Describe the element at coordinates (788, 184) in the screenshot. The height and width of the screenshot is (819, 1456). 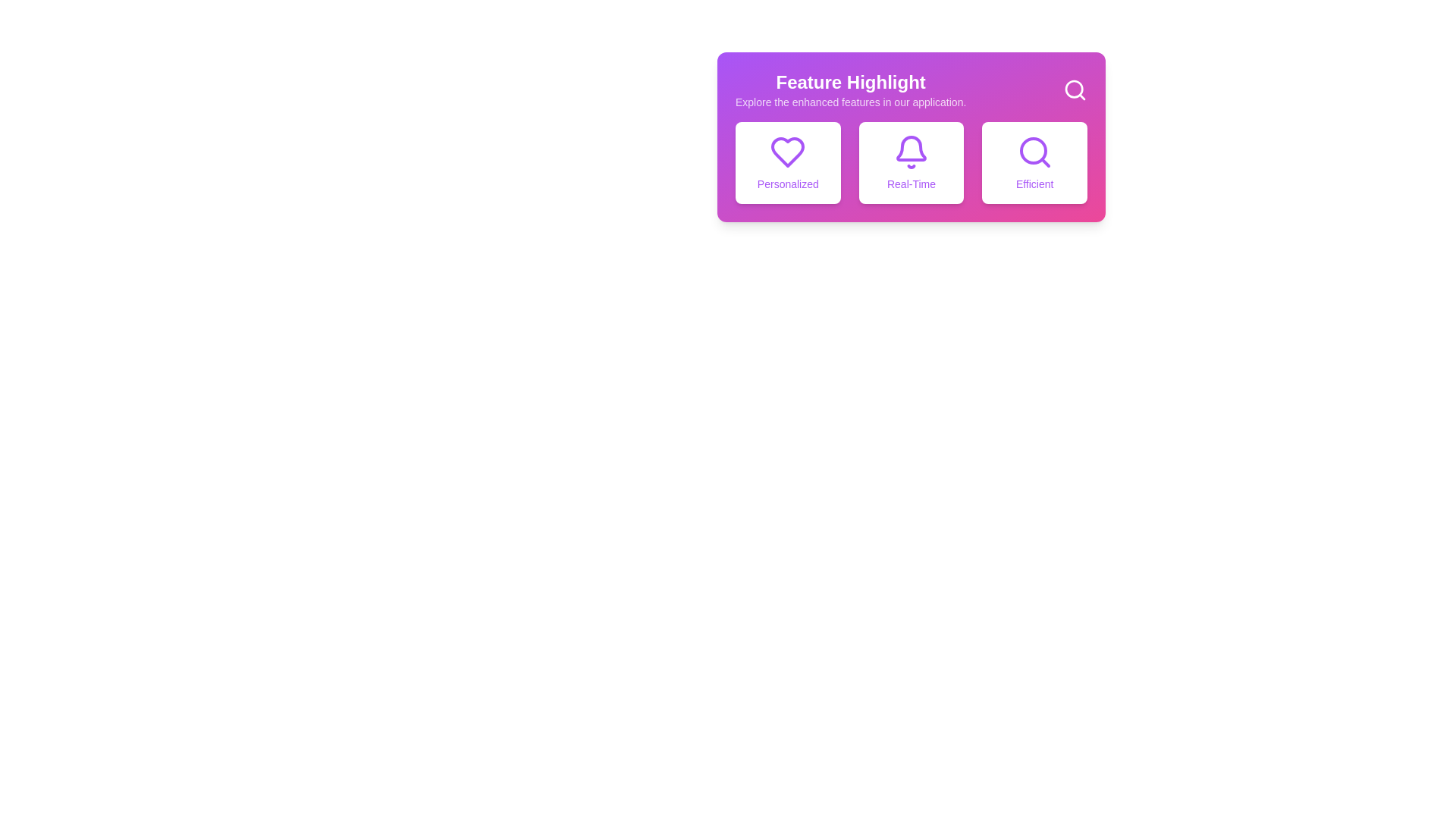
I see `text label displaying 'Personalized' located beneath the heart icon in the UI layout` at that location.